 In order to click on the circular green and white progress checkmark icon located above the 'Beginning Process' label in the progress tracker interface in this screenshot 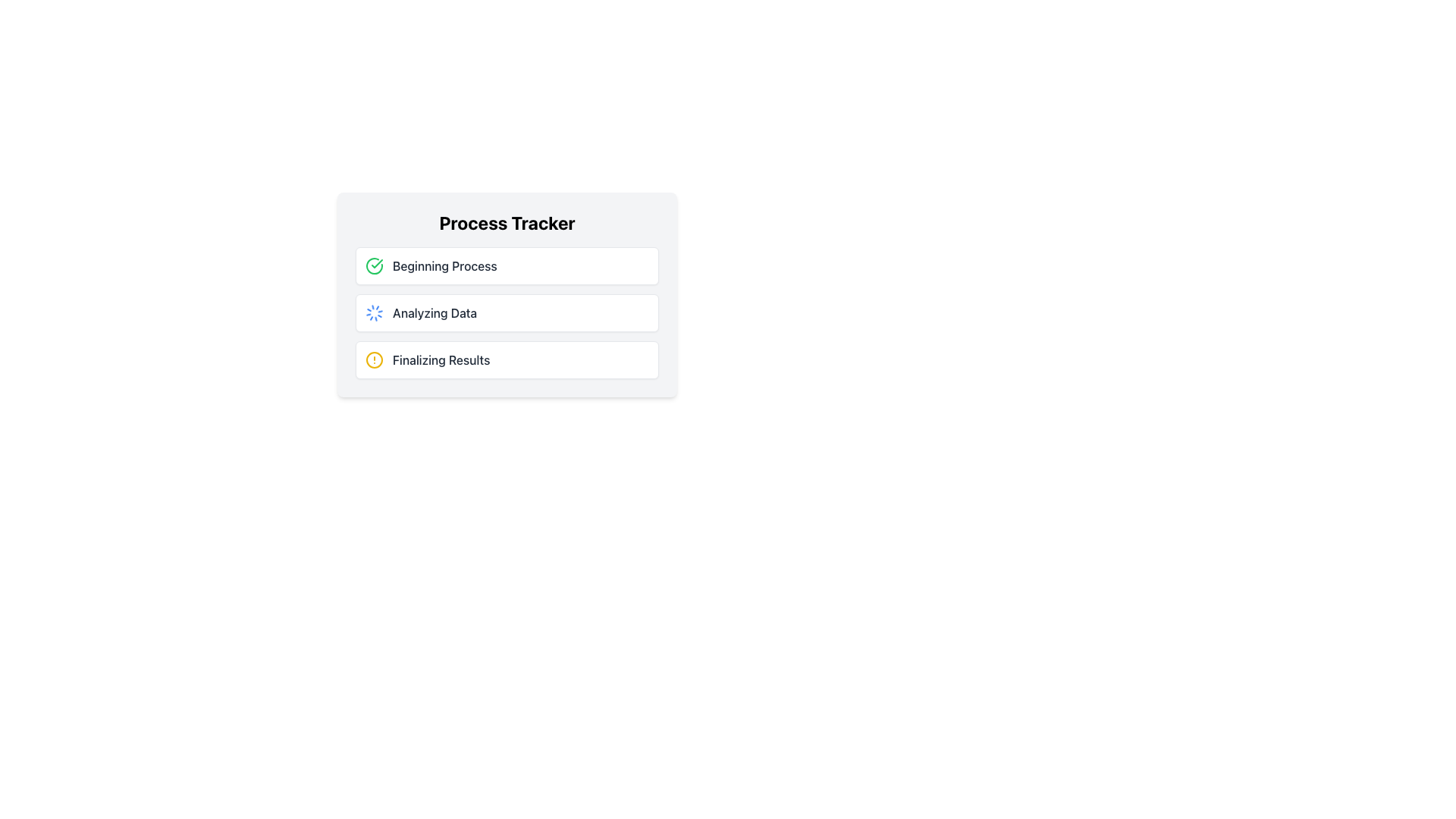, I will do `click(375, 265)`.